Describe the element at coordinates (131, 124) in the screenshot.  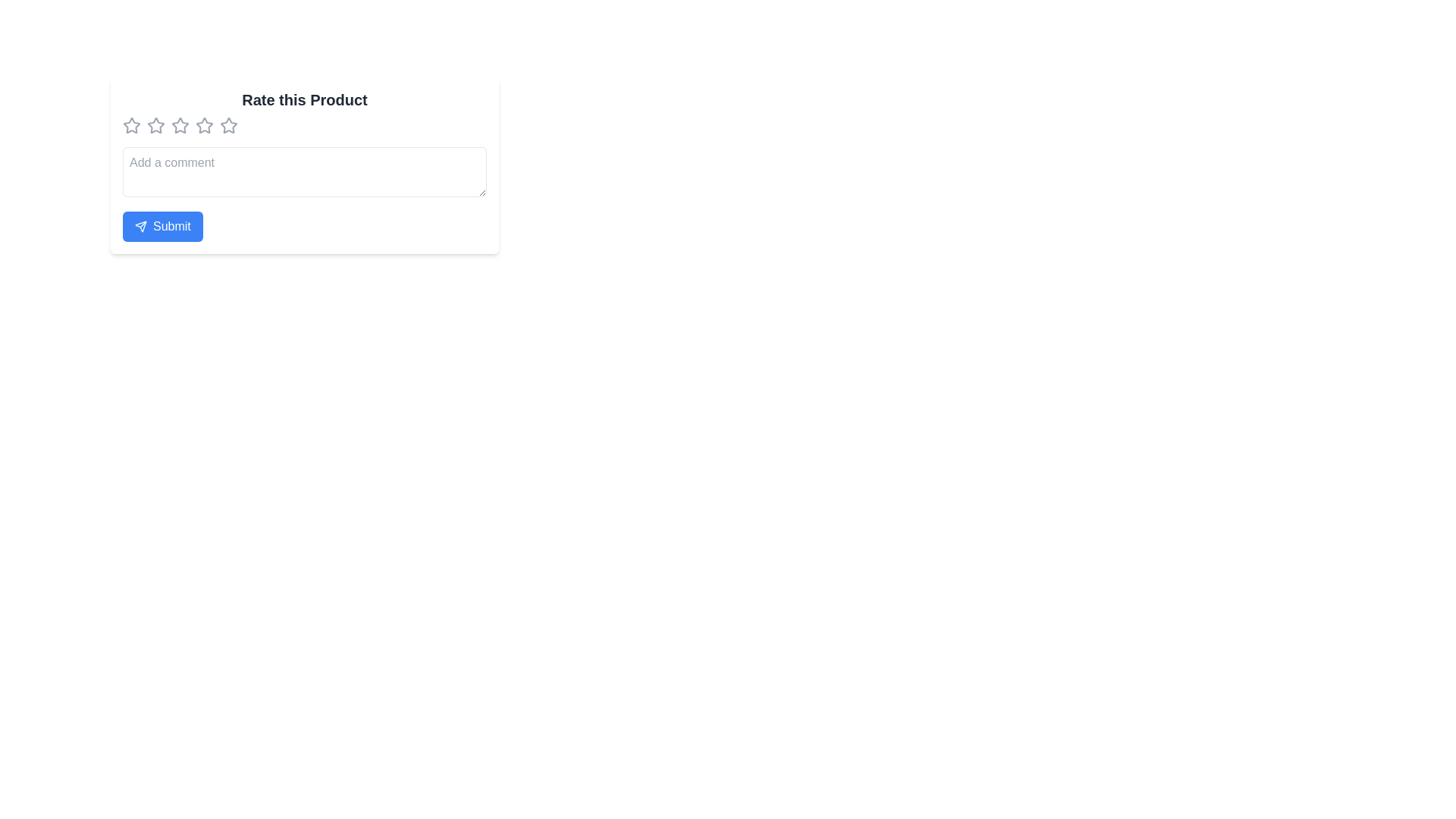
I see `the first star icon in the rating section` at that location.